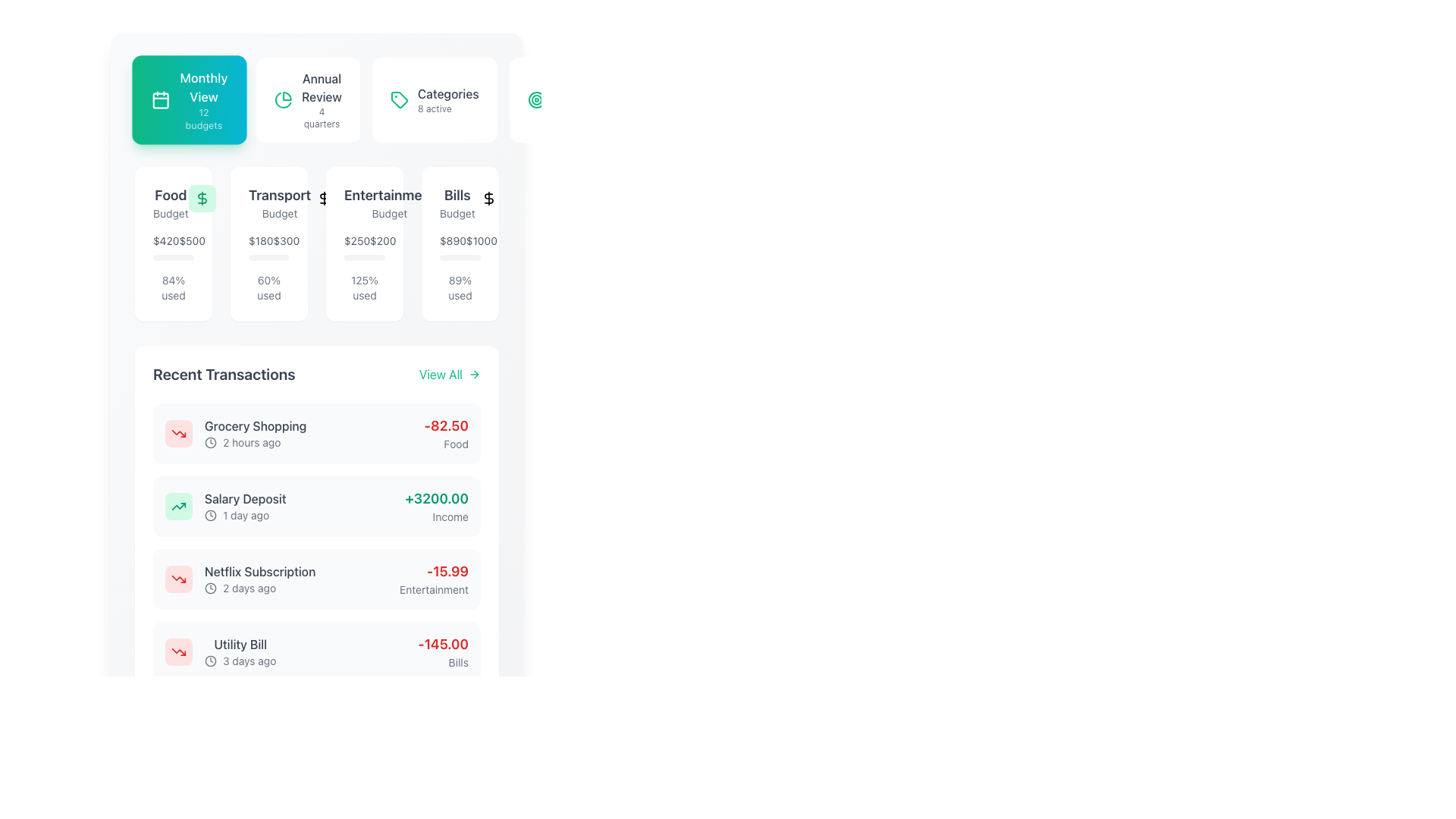 This screenshot has width=1456, height=819. What do you see at coordinates (249, 660) in the screenshot?
I see `the timestamp text label located in the bottom transaction entry of the 'Recent Transactions' section, which is positioned to the right of a clock icon and below the 'Utility Bill' label` at bounding box center [249, 660].